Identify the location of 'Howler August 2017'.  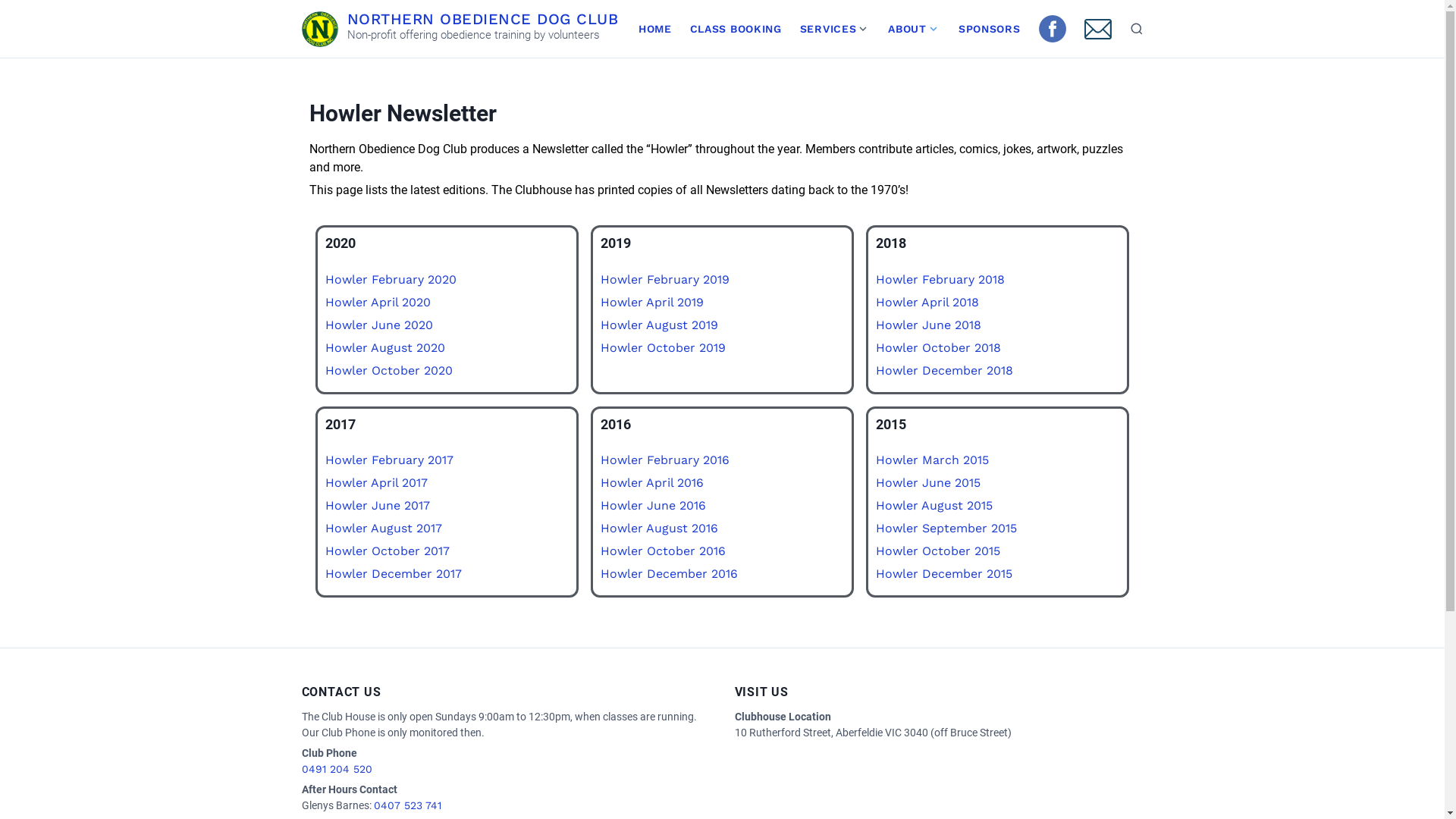
(382, 527).